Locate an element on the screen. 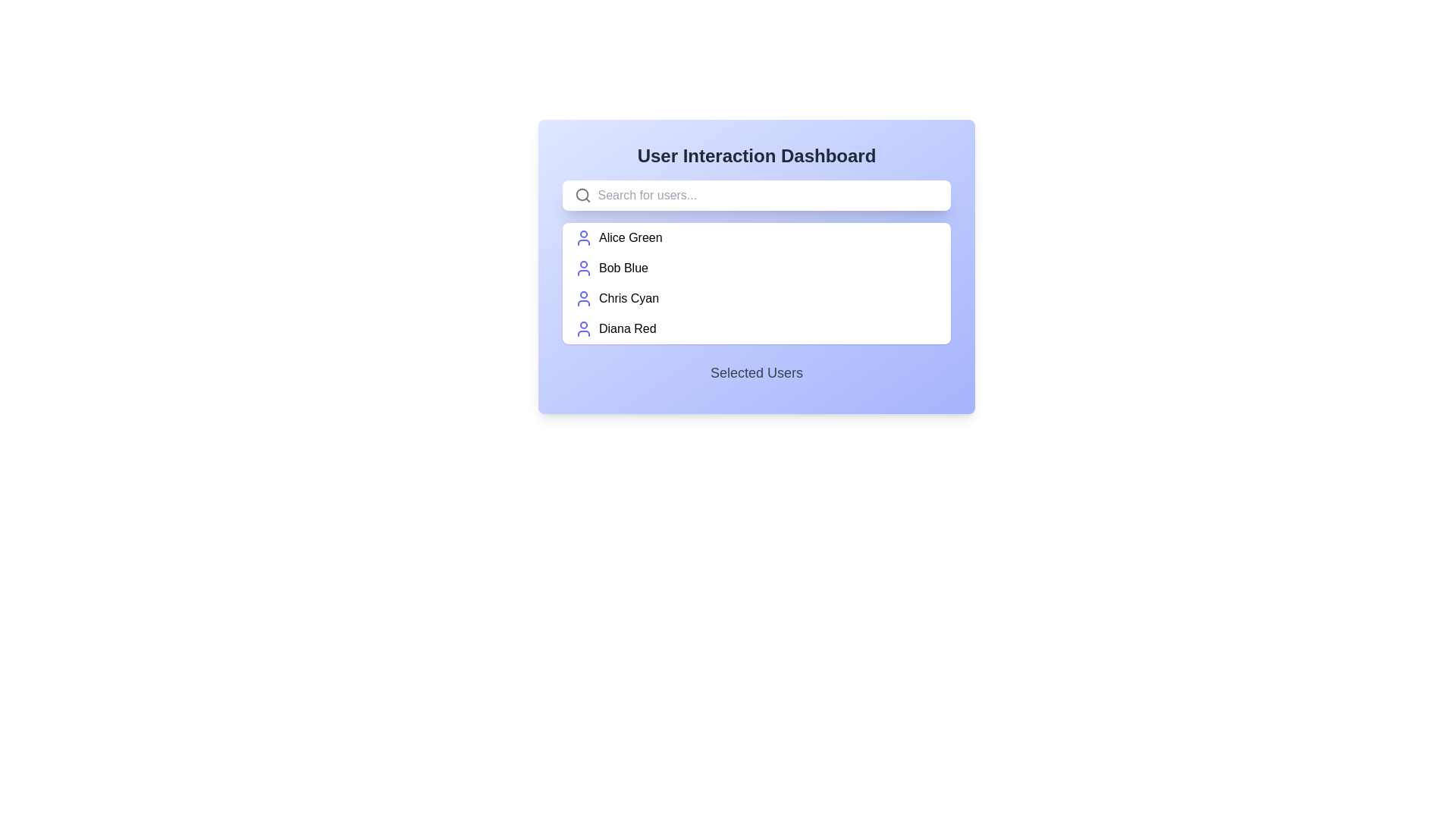 The width and height of the screenshot is (1456, 819). to select the list item containing the text 'Chris Cyan', which is the third item in a vertical list, below 'Bob Blue' and above 'Diana Red' is located at coordinates (757, 298).